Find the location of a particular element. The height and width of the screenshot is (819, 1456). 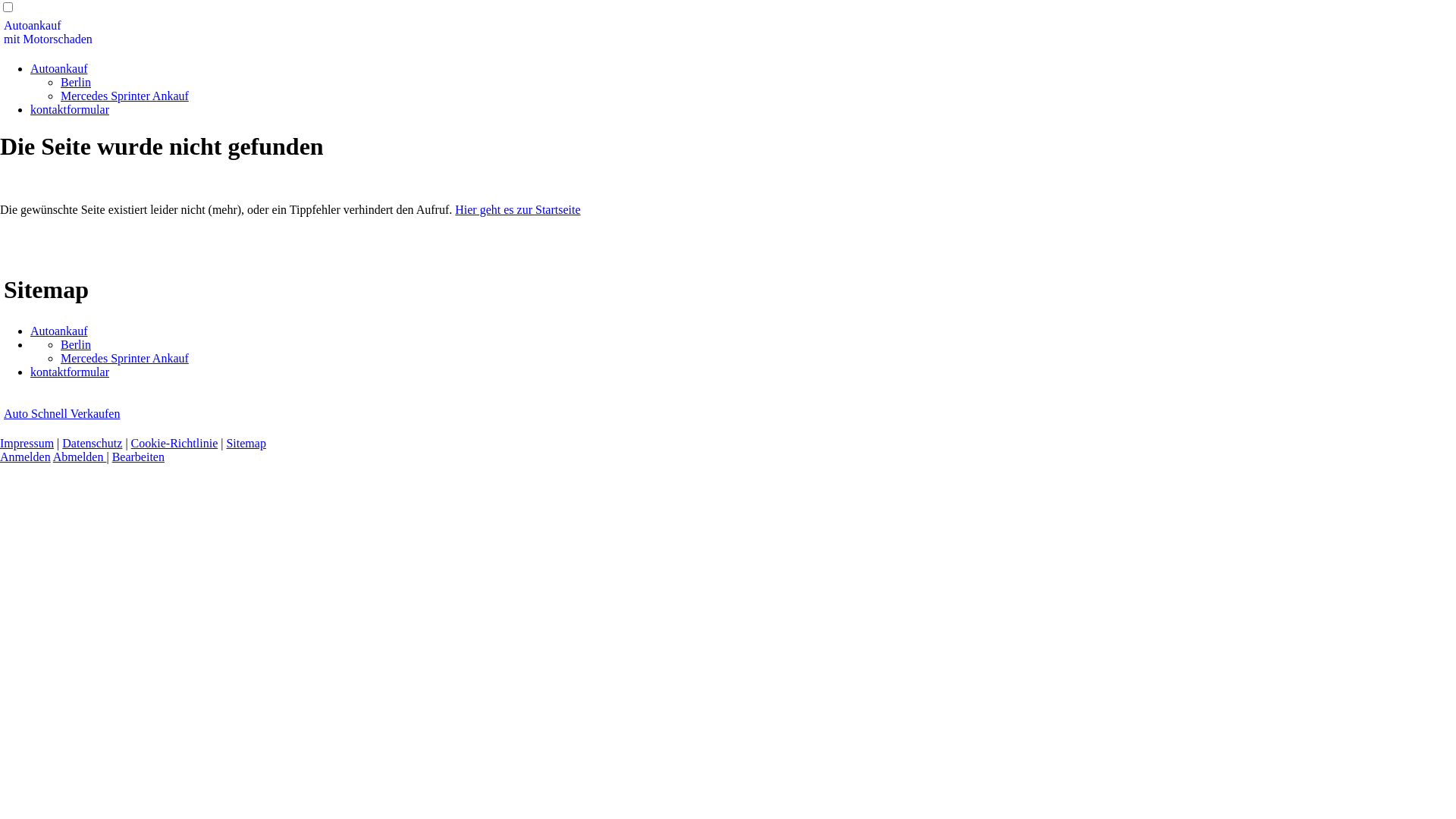

'Cookie-Richtlinie' is located at coordinates (130, 443).